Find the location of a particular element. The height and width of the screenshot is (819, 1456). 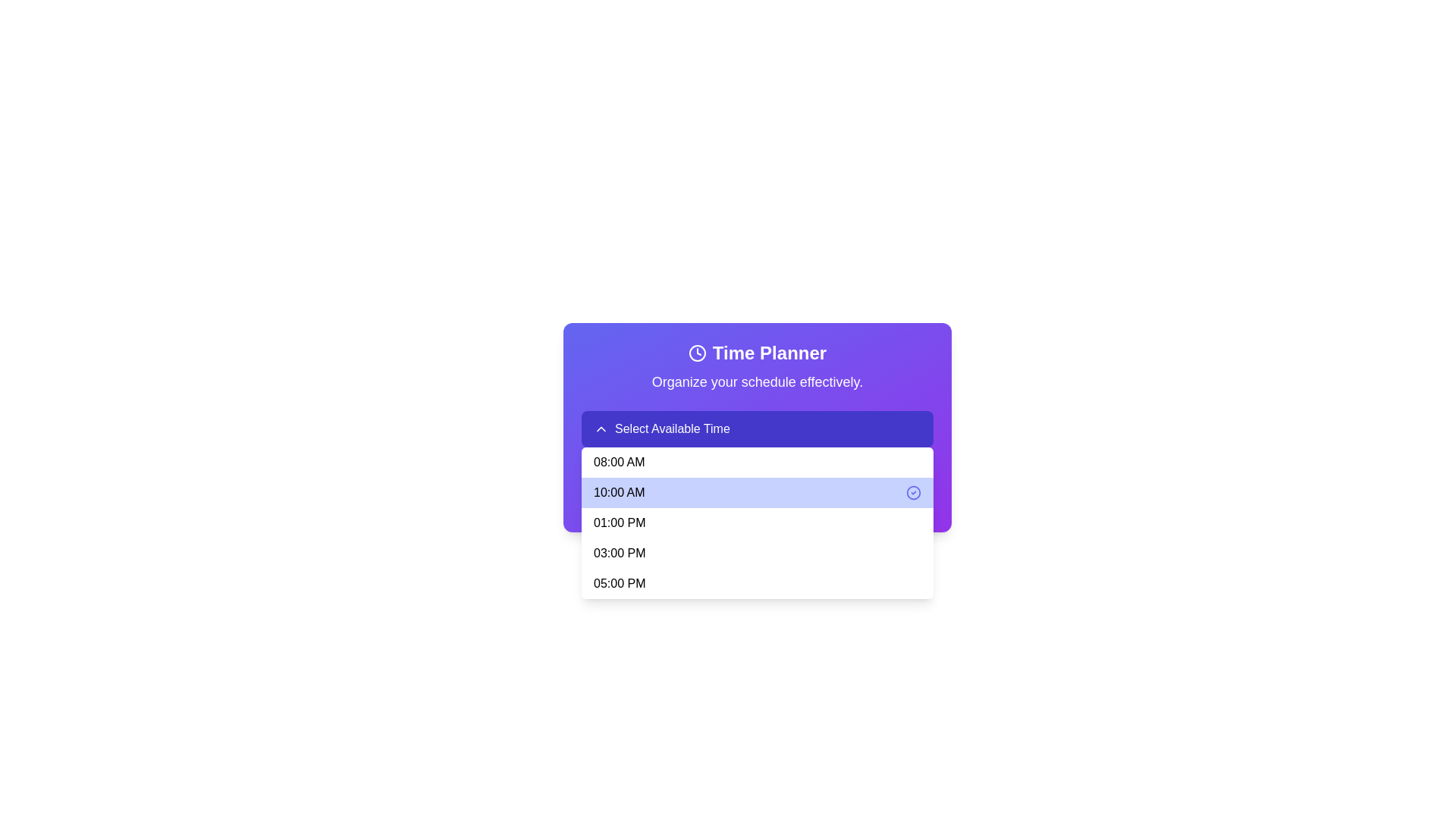

the dropdown option displaying '03:00 PM', which is the fourth item is located at coordinates (757, 553).